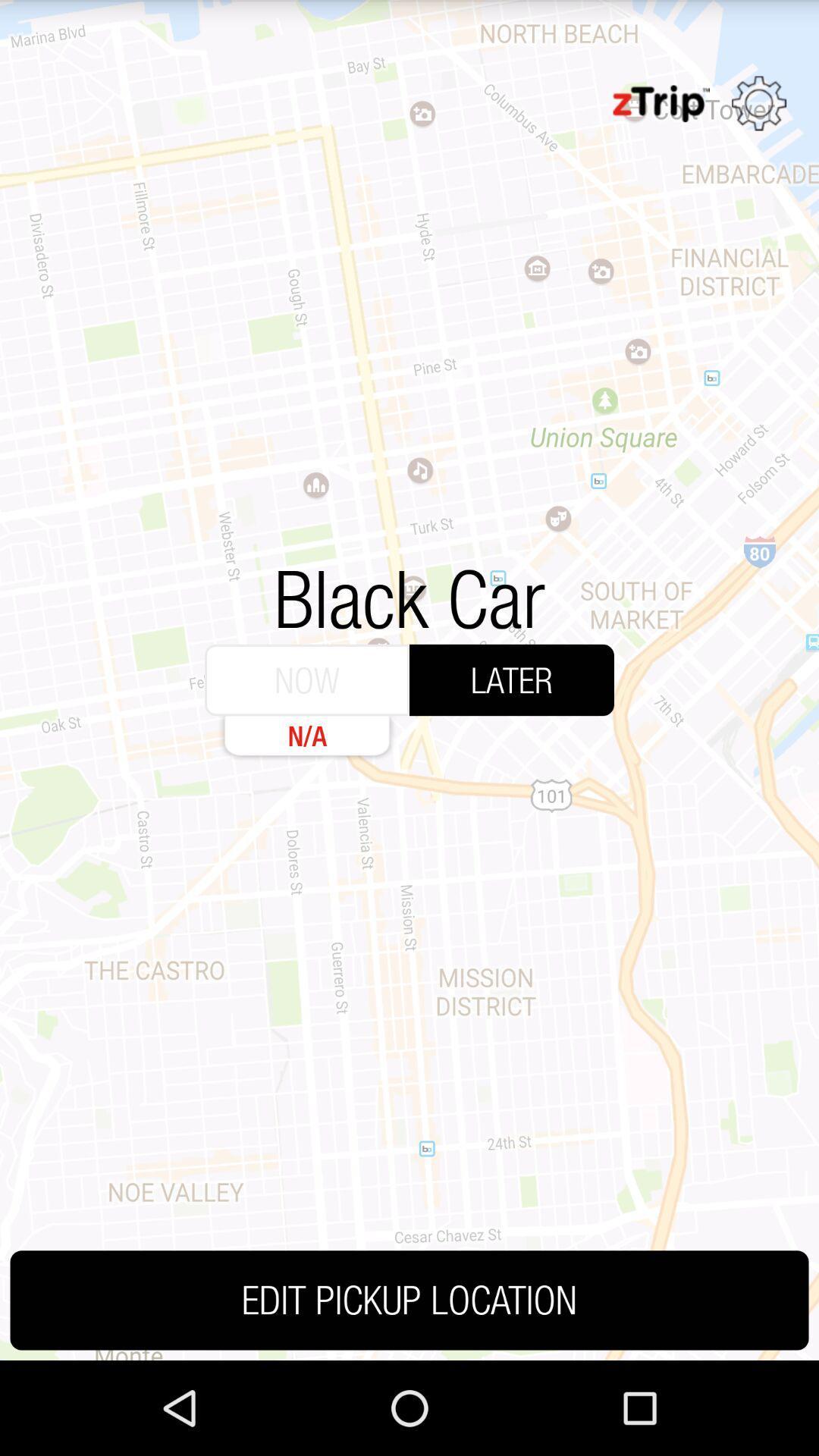  What do you see at coordinates (759, 110) in the screenshot?
I see `the settings icon` at bounding box center [759, 110].